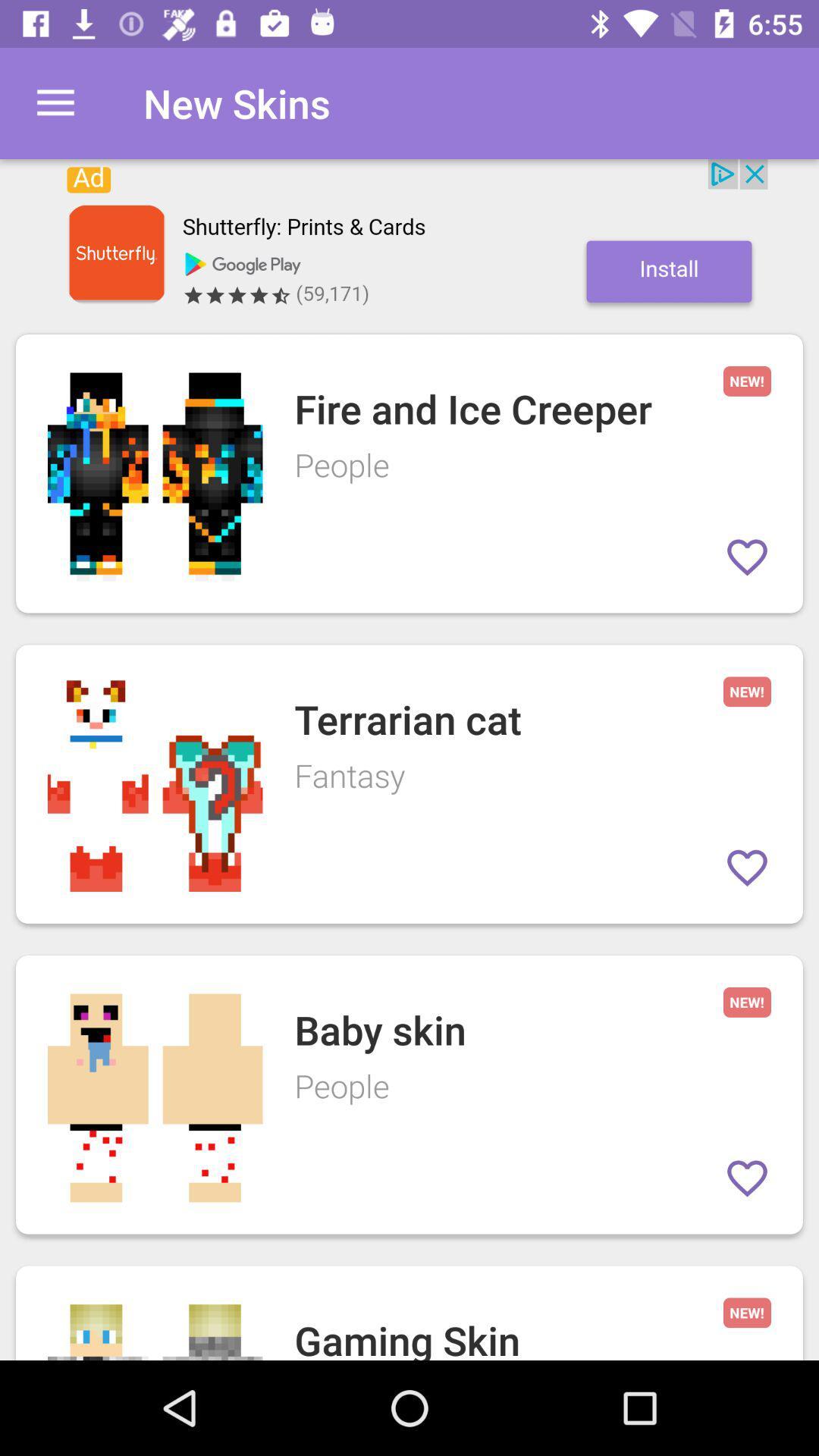 The height and width of the screenshot is (1456, 819). Describe the element at coordinates (409, 238) in the screenshot. I see `install an app` at that location.